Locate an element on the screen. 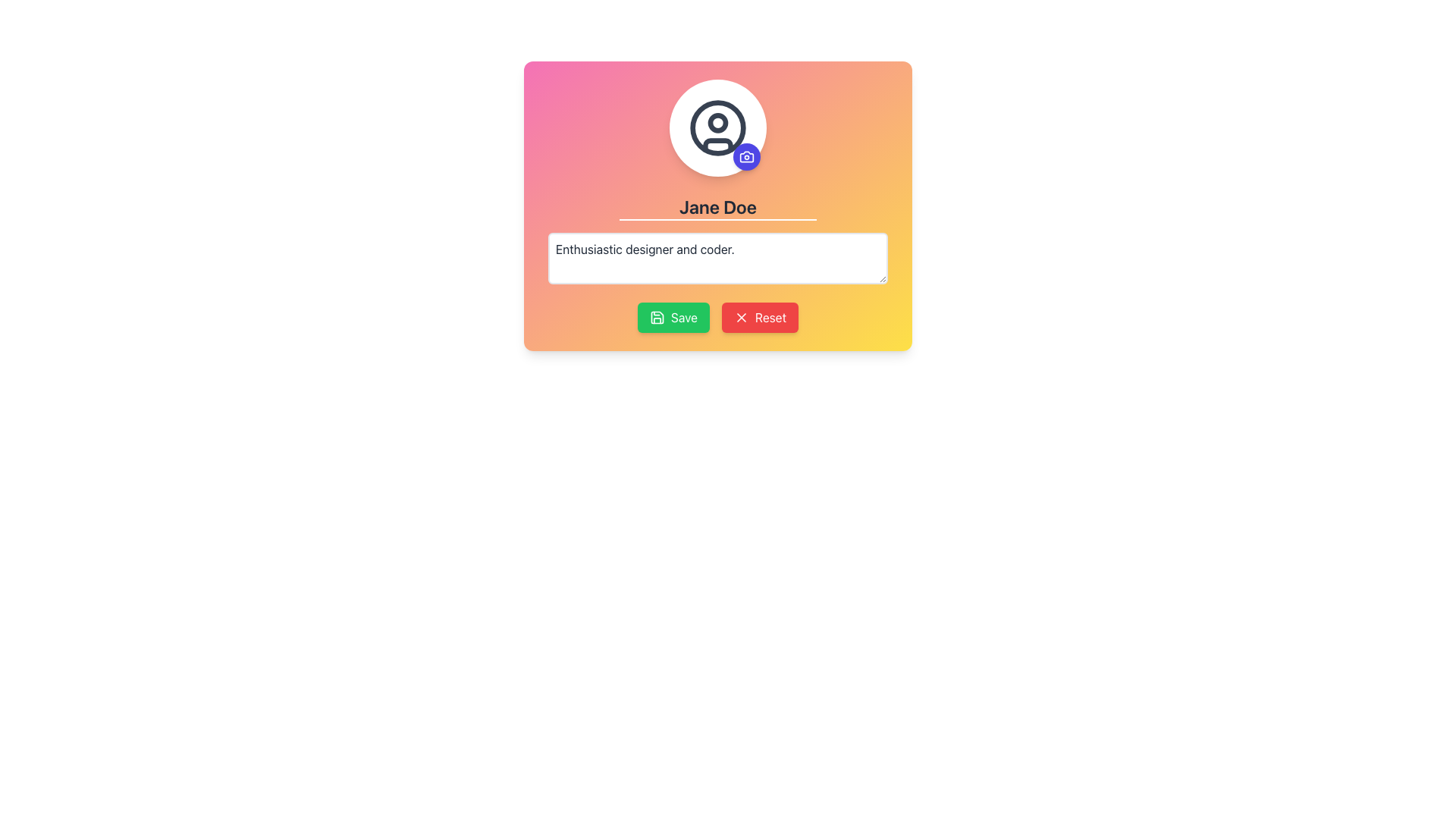  the green 'Save' button with rounded edges to observe its hover effect is located at coordinates (673, 317).